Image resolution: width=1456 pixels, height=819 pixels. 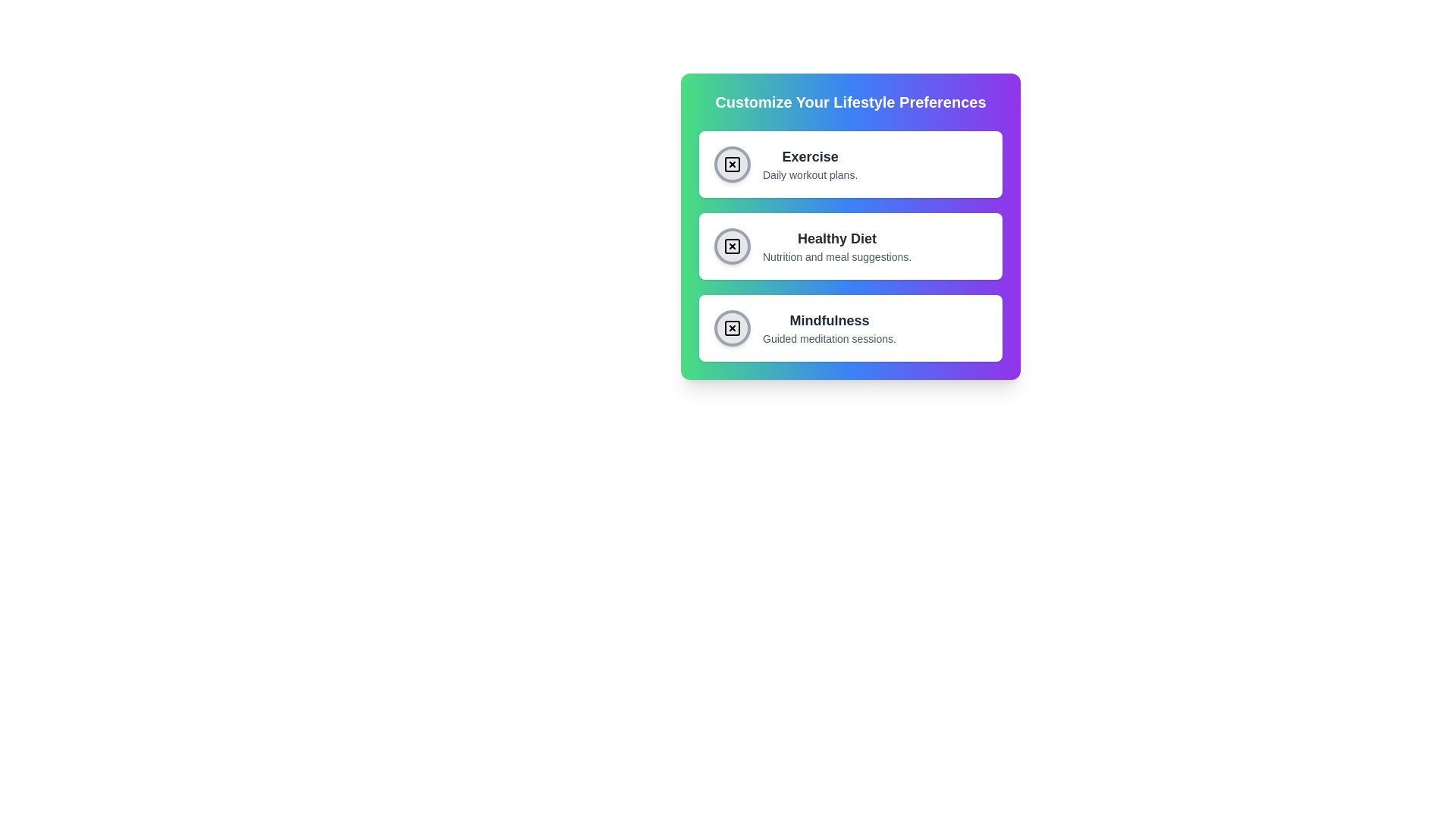 I want to click on the 'Exercise' card, which has a white background and rounded corners, so click(x=851, y=164).